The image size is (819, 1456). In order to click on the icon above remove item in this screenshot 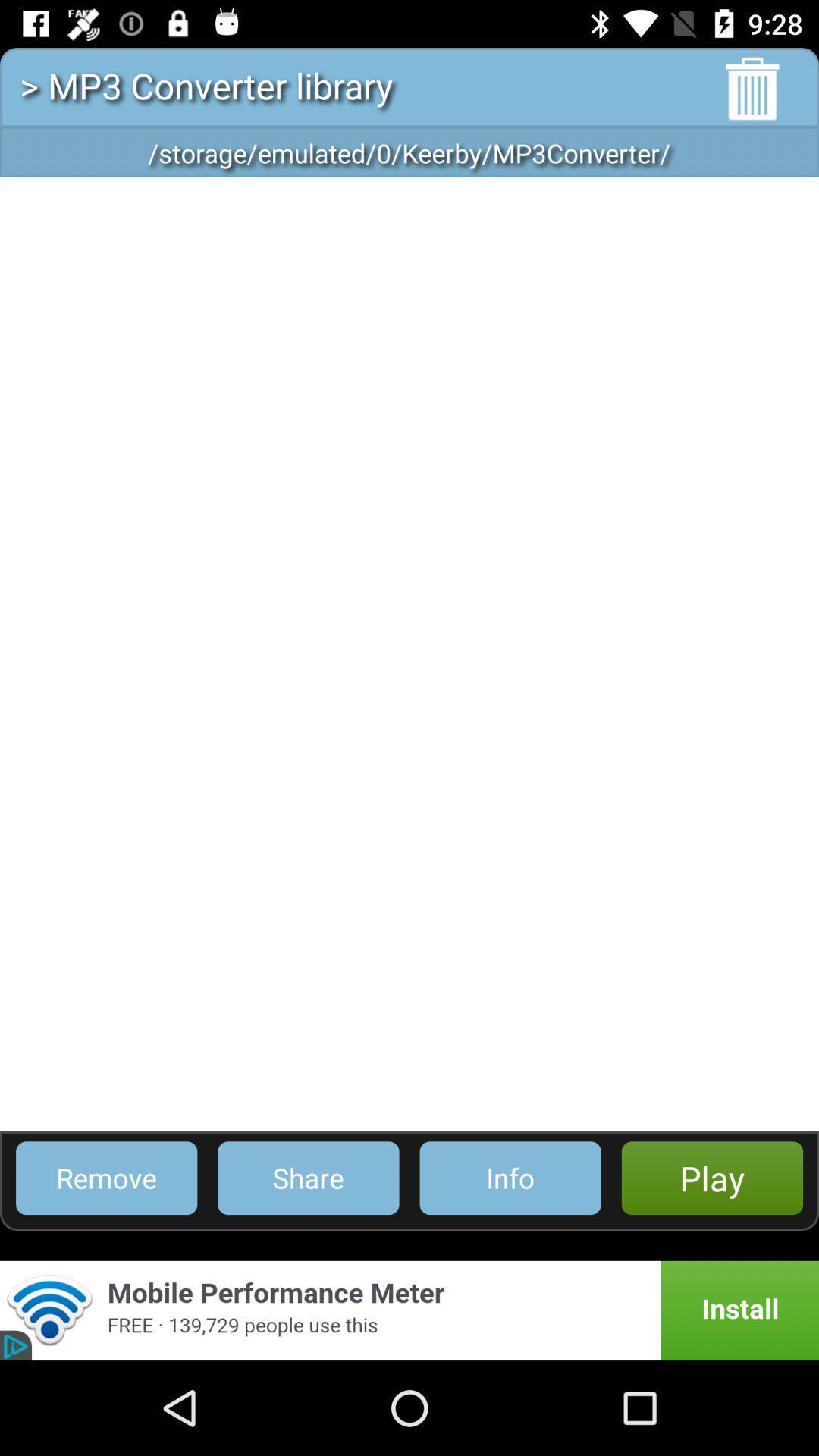, I will do `click(409, 654)`.